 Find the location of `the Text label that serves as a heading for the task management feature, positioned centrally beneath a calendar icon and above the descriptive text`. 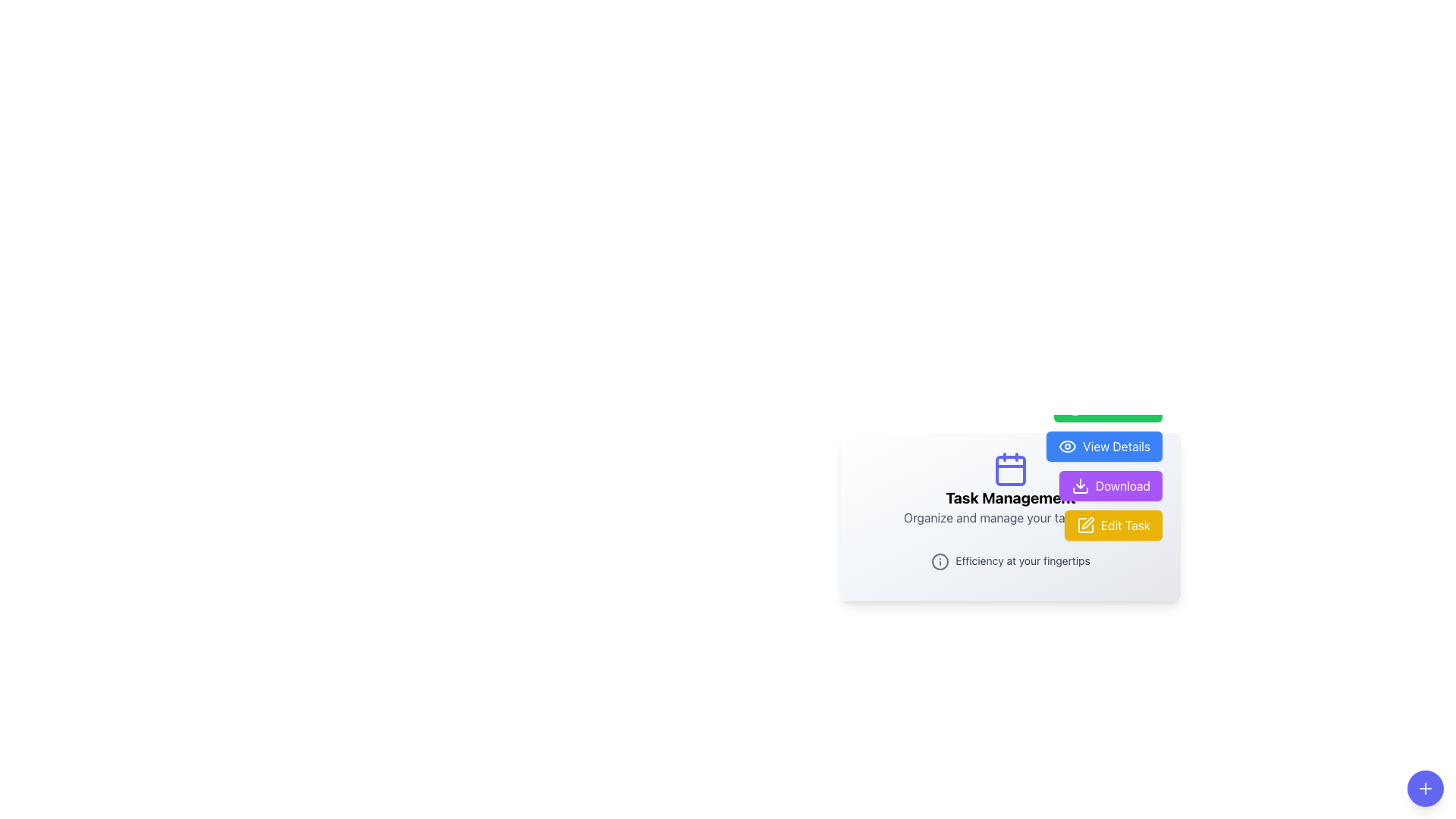

the Text label that serves as a heading for the task management feature, positioned centrally beneath a calendar icon and above the descriptive text is located at coordinates (1011, 497).